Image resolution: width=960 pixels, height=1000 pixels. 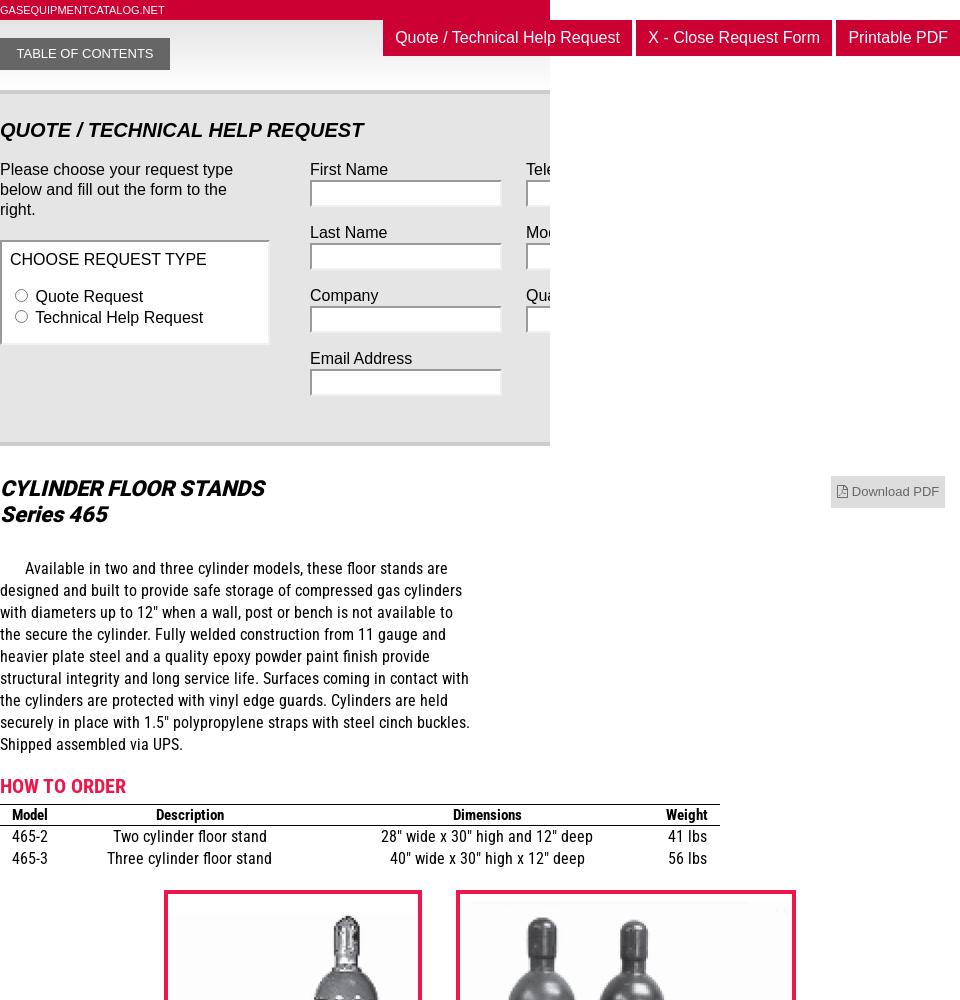 What do you see at coordinates (10, 835) in the screenshot?
I see `'465-2'` at bounding box center [10, 835].